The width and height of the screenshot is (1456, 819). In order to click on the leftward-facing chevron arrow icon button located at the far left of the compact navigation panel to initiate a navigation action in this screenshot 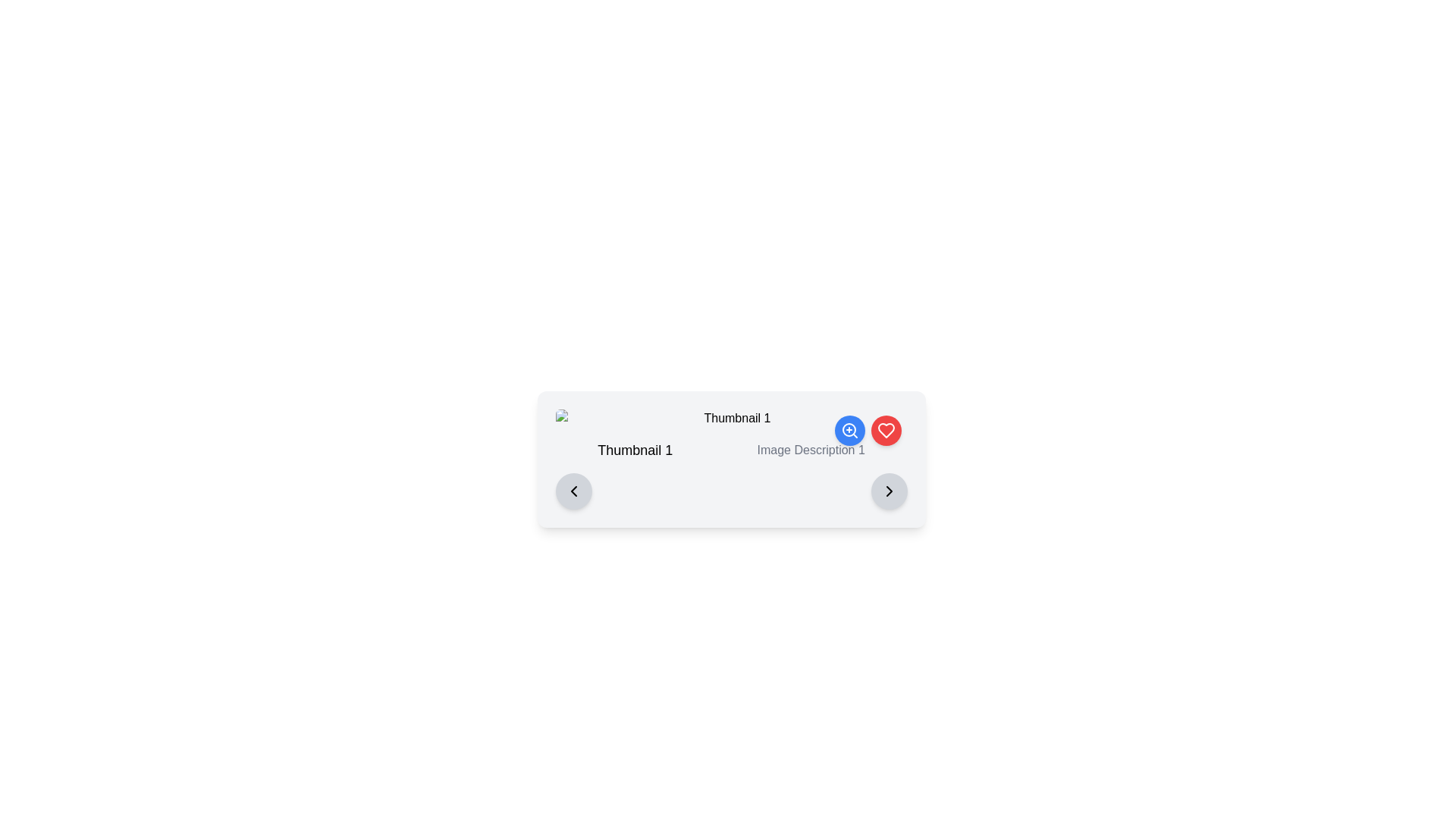, I will do `click(573, 491)`.